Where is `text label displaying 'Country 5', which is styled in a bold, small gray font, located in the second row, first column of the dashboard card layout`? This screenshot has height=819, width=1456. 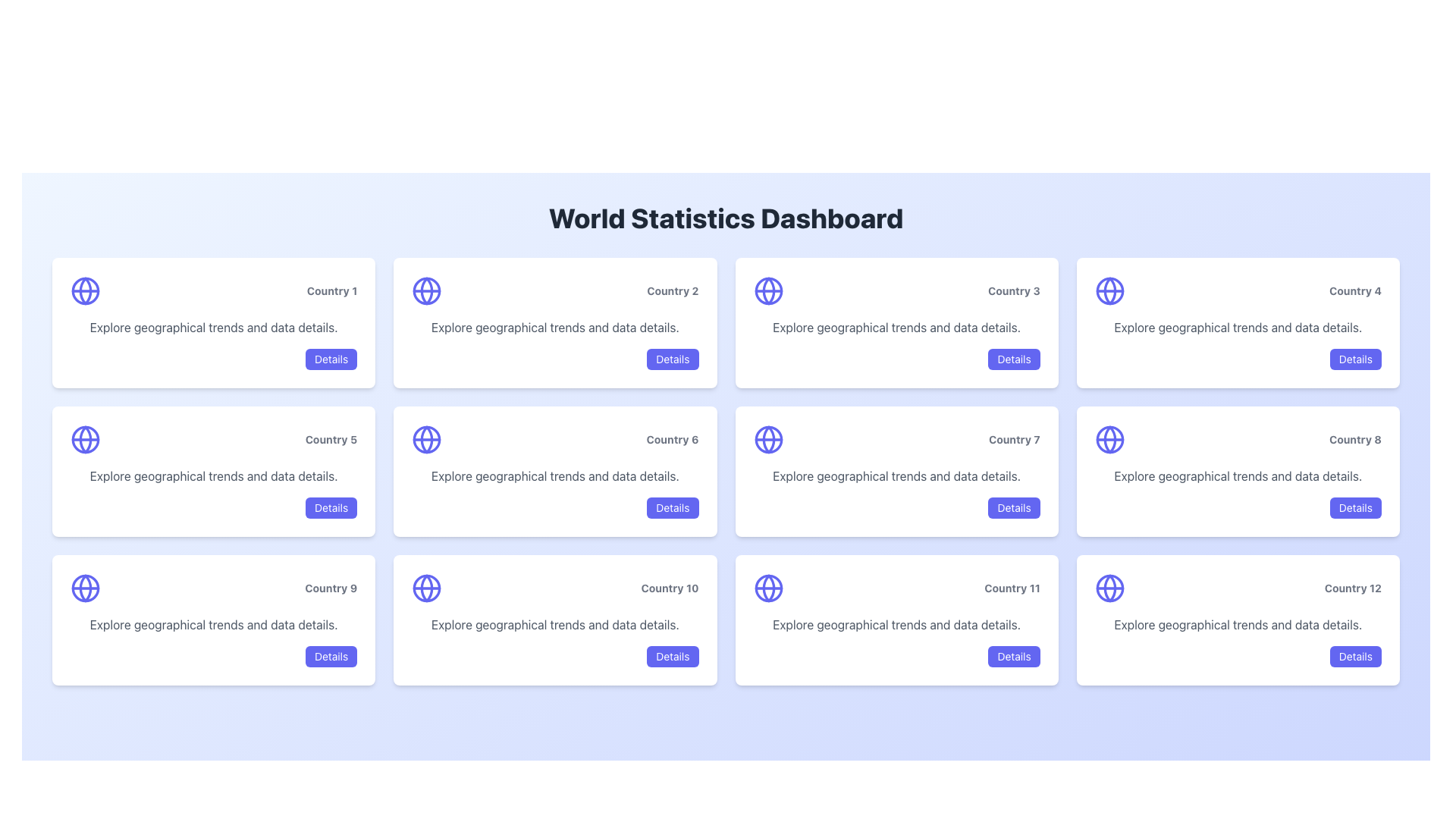
text label displaying 'Country 5', which is styled in a bold, small gray font, located in the second row, first column of the dashboard card layout is located at coordinates (330, 439).